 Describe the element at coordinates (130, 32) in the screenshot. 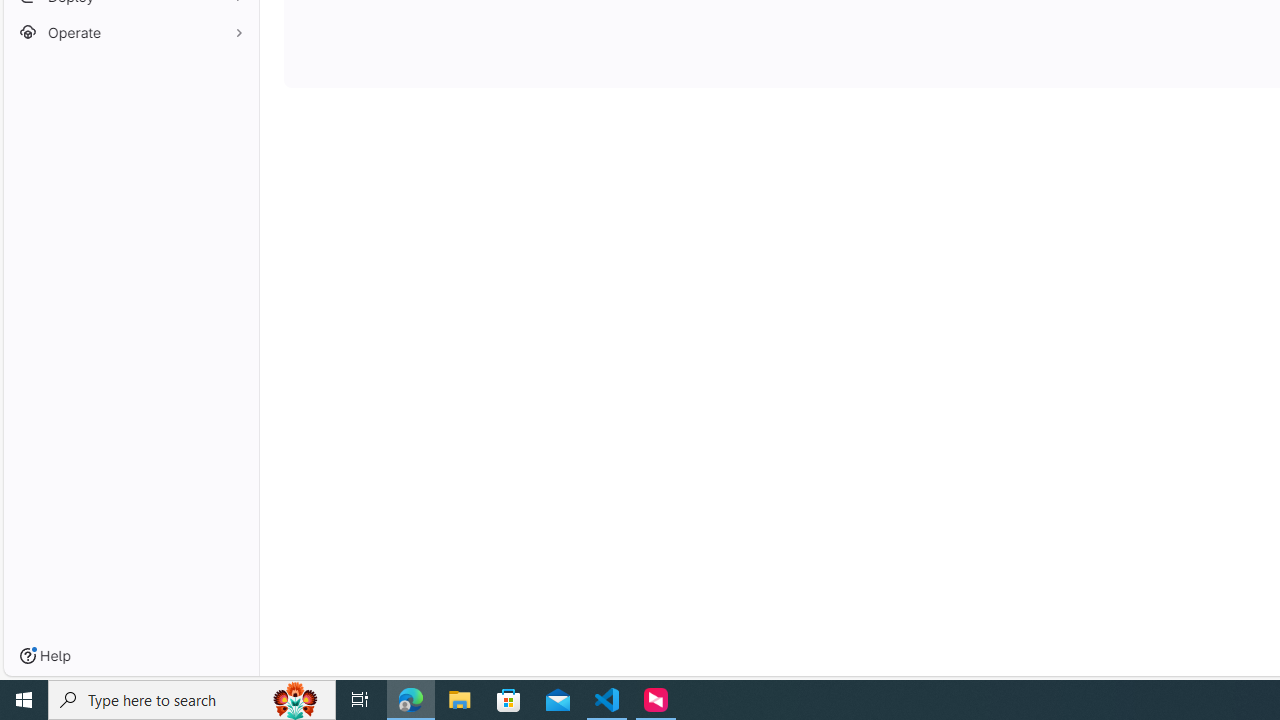

I see `'Operate'` at that location.